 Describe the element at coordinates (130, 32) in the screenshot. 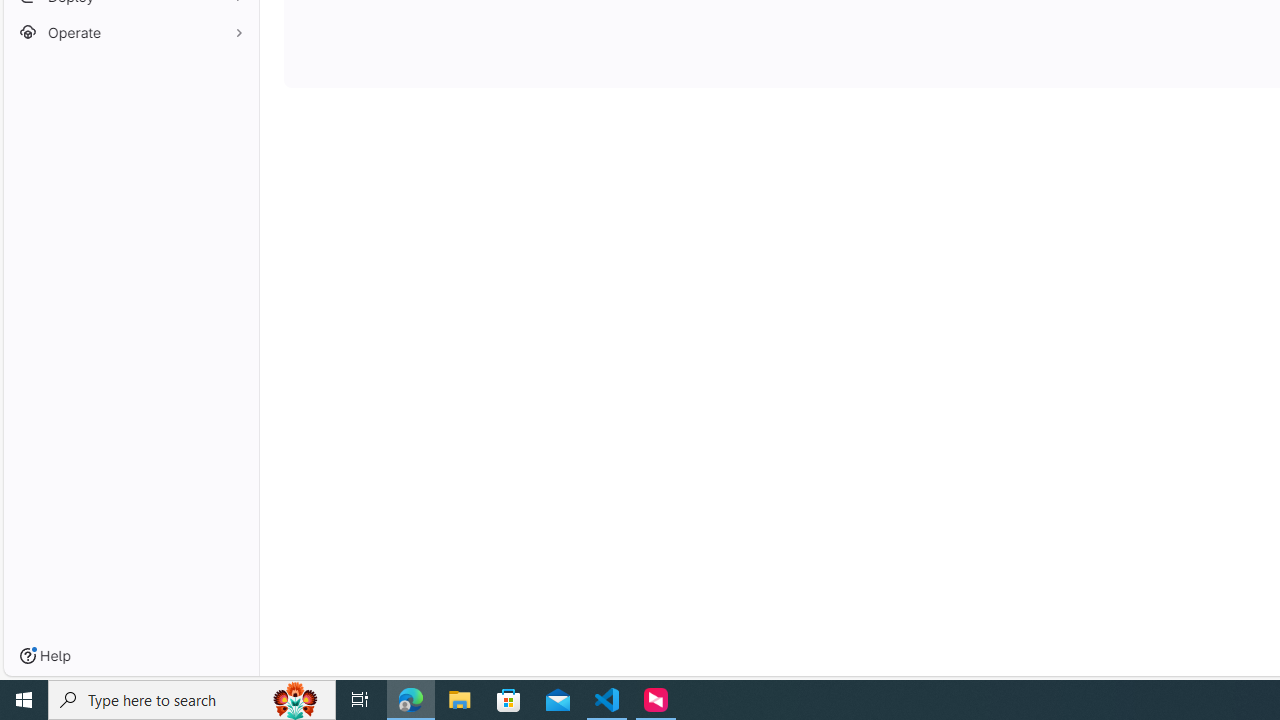

I see `'Operate'` at that location.